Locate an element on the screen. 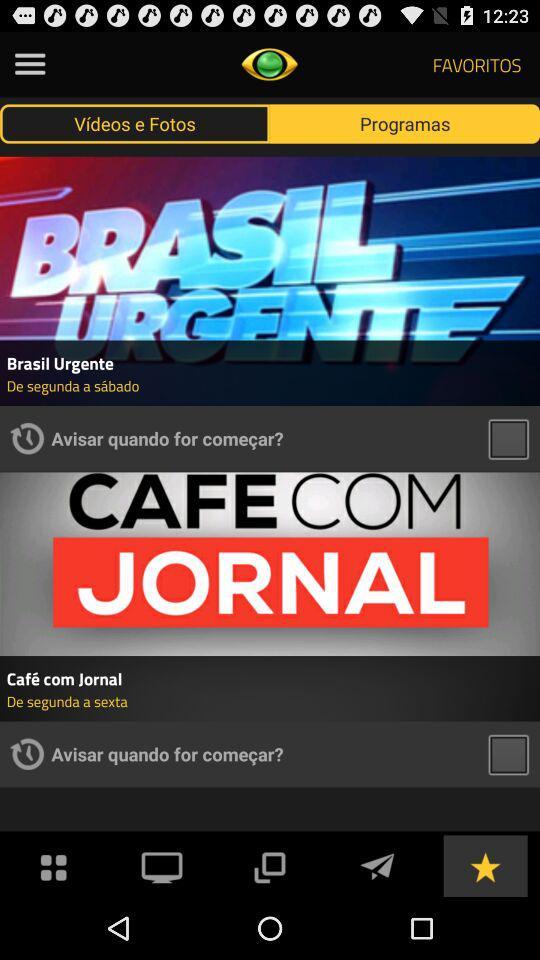  item next to programas button is located at coordinates (135, 122).